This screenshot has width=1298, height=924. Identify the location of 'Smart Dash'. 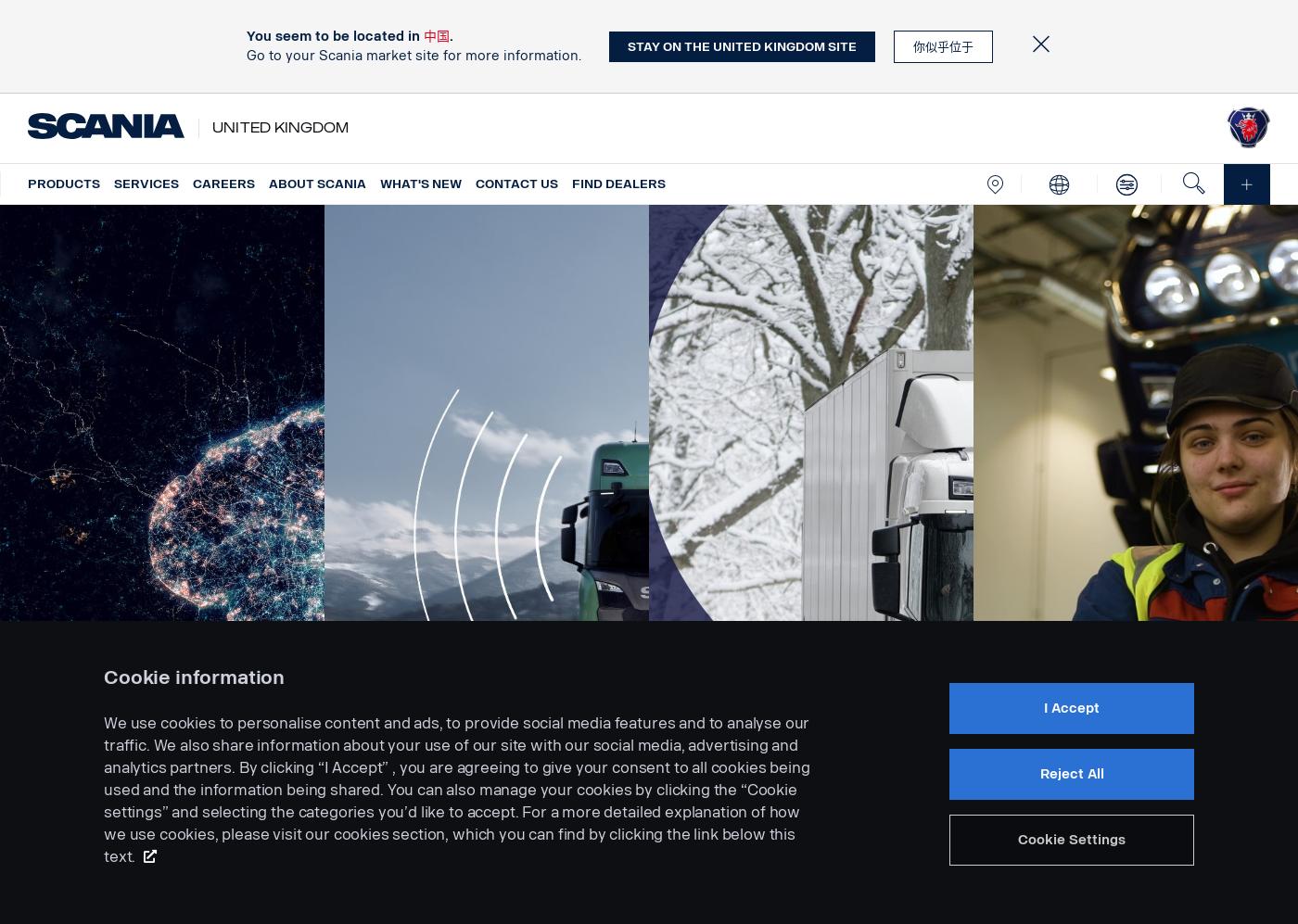
(151, 829).